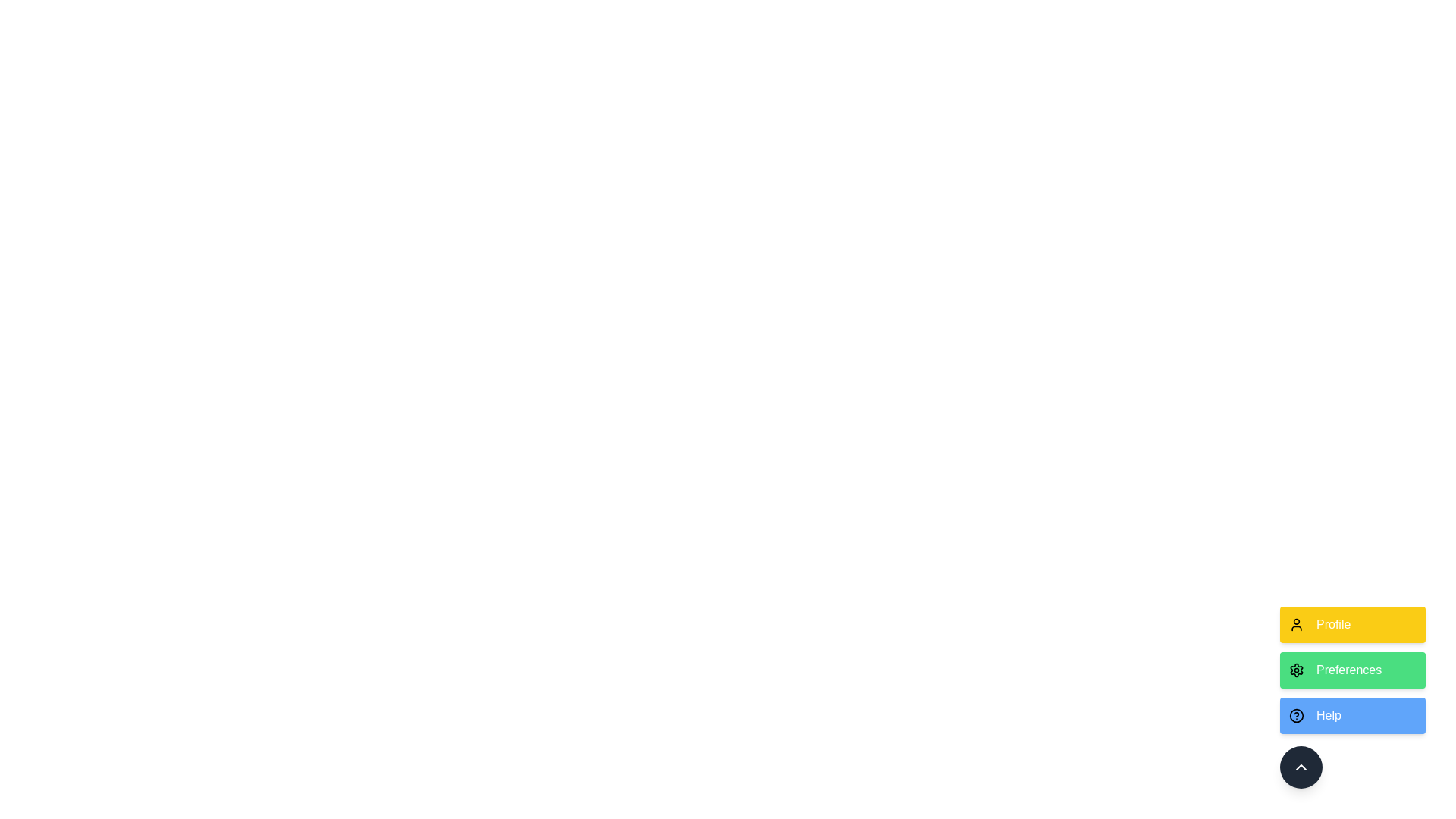 This screenshot has width=1456, height=819. Describe the element at coordinates (1353, 716) in the screenshot. I see `the Help option from the ActionSpeedDial component` at that location.